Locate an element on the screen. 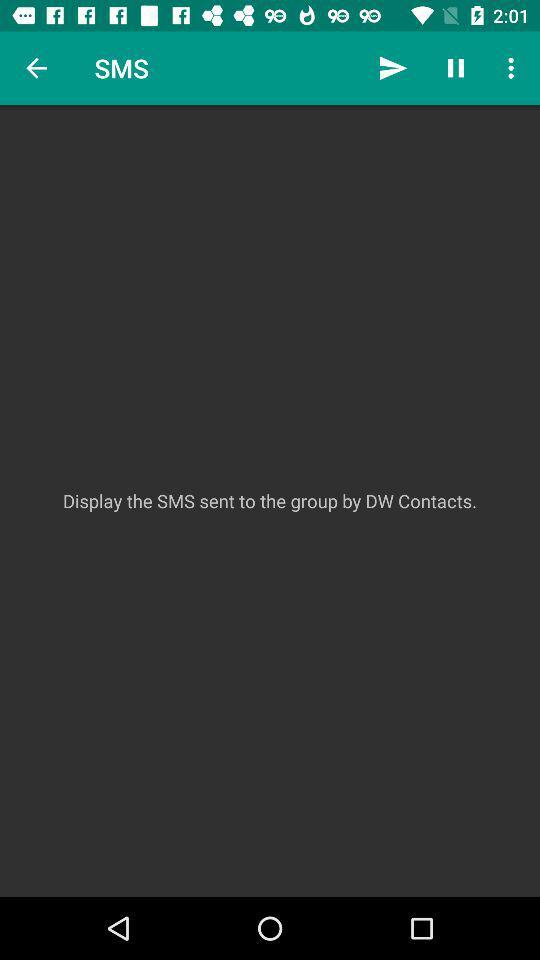 Image resolution: width=540 pixels, height=960 pixels. icon above the display the sms is located at coordinates (513, 68).